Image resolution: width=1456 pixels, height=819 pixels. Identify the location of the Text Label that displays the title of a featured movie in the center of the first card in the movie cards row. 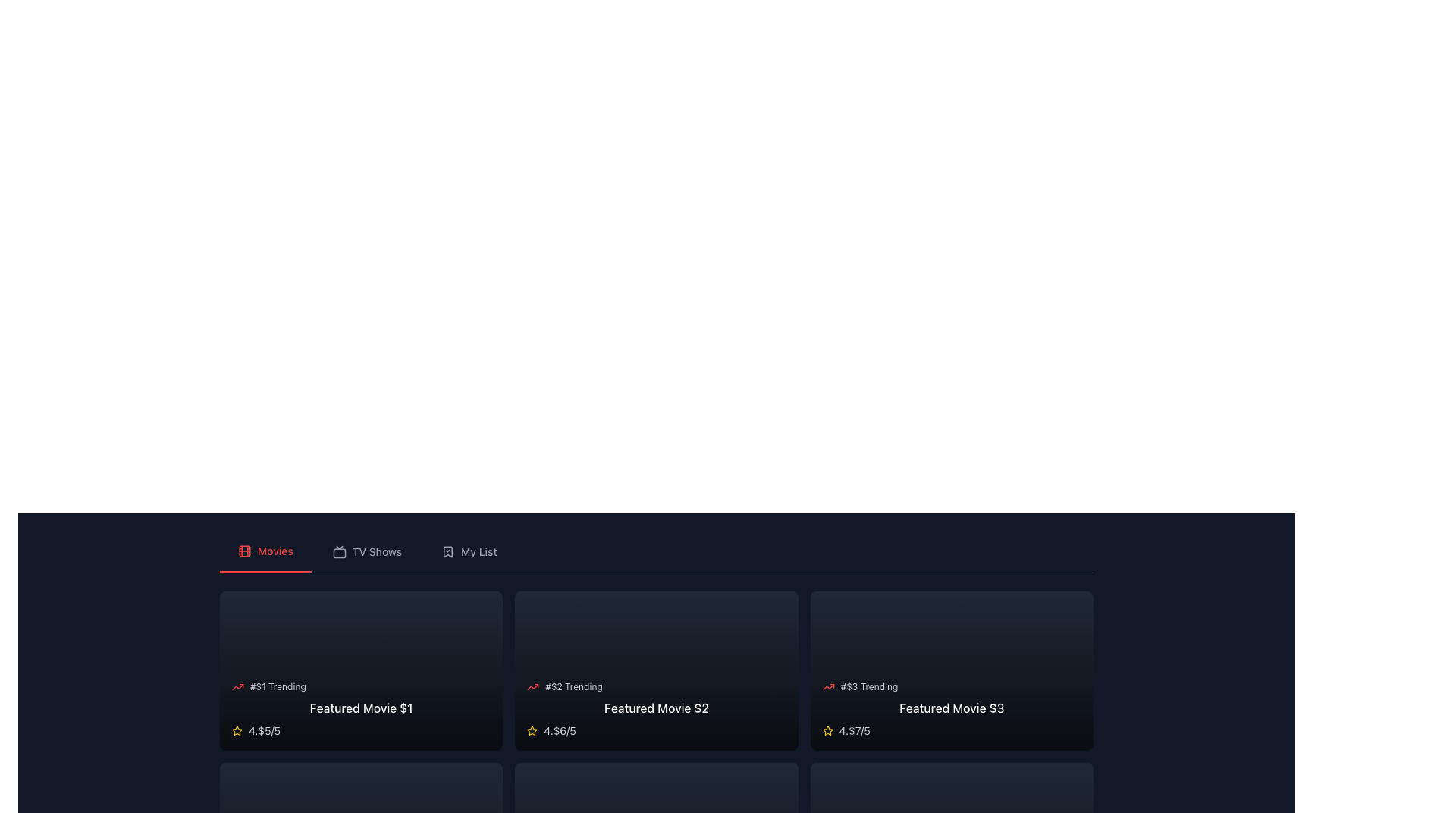
(360, 708).